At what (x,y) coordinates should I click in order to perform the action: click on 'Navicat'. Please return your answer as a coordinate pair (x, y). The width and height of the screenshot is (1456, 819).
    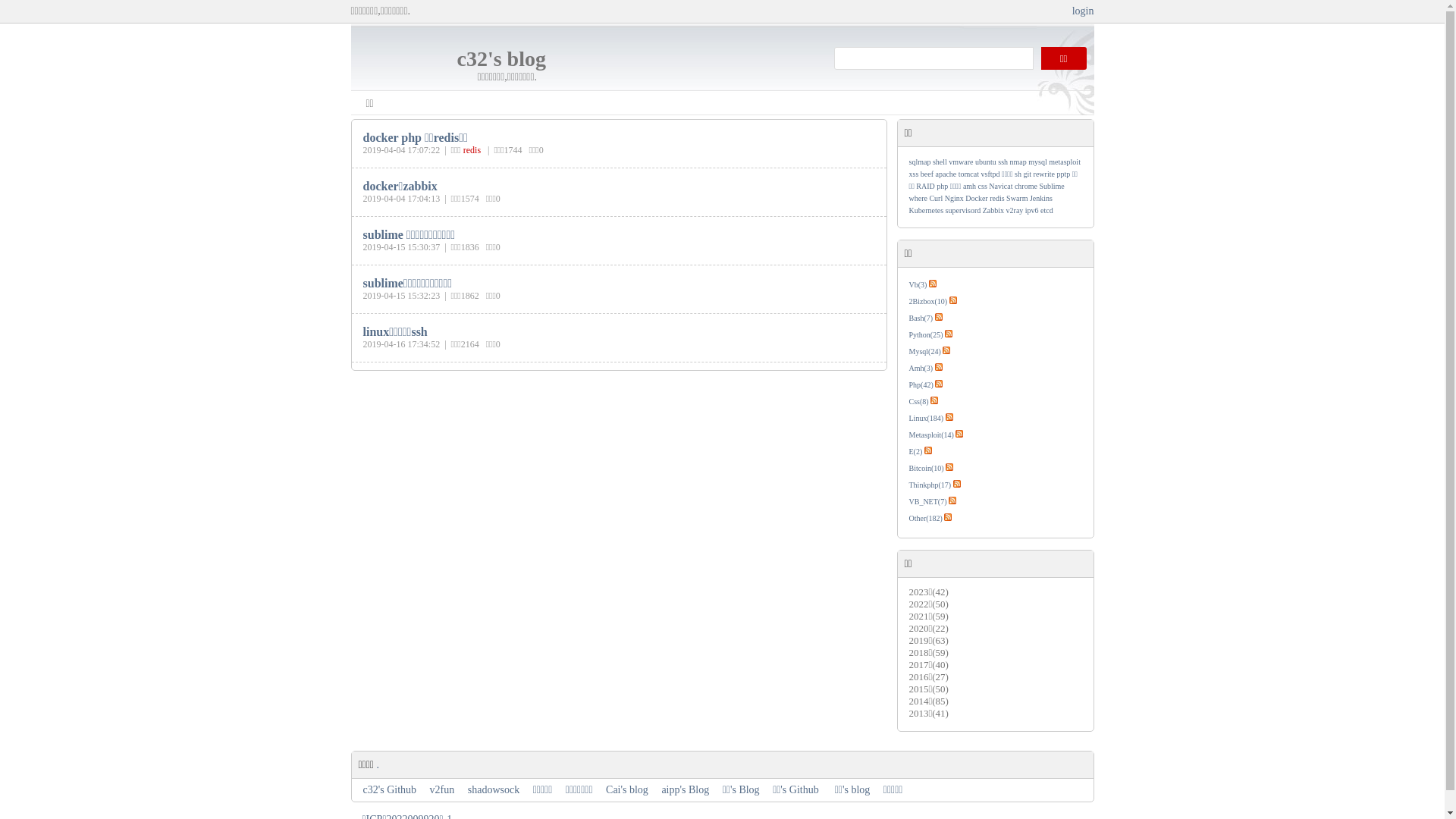
    Looking at the image, I should click on (989, 185).